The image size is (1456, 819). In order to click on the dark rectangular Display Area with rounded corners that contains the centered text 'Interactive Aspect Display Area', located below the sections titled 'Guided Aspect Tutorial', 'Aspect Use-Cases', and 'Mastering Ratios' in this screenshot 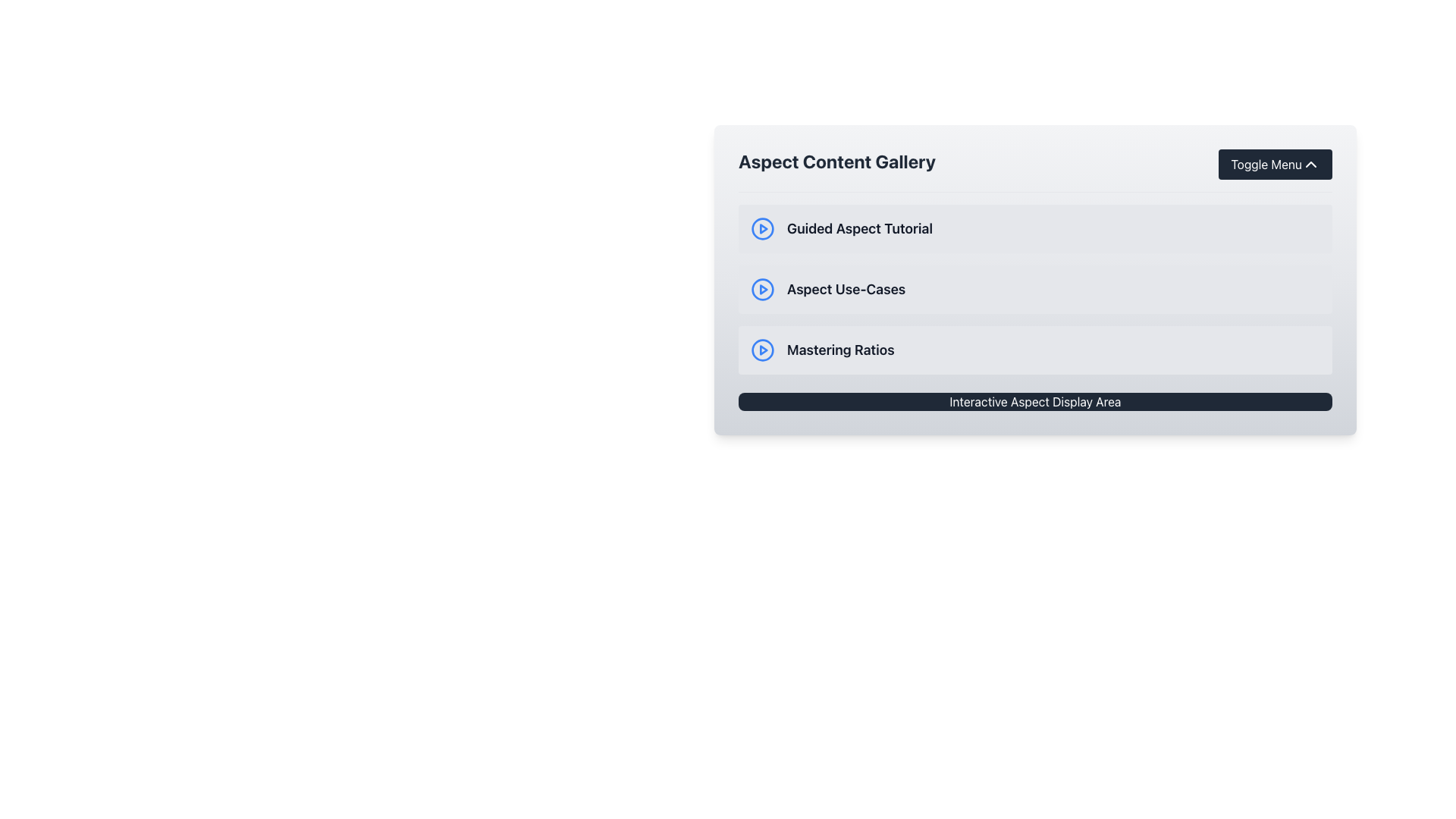, I will do `click(1034, 400)`.